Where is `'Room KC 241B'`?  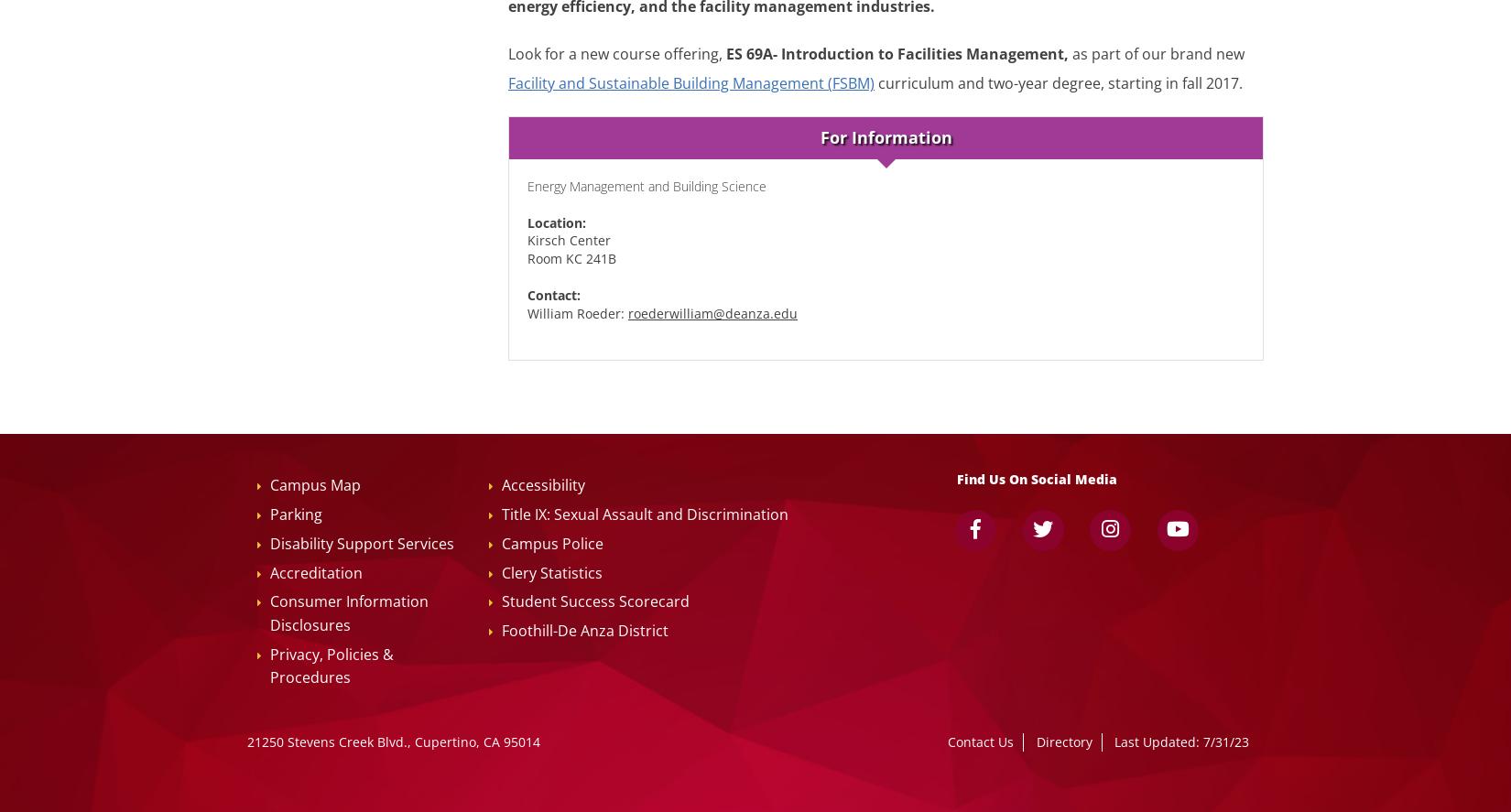 'Room KC 241B' is located at coordinates (571, 257).